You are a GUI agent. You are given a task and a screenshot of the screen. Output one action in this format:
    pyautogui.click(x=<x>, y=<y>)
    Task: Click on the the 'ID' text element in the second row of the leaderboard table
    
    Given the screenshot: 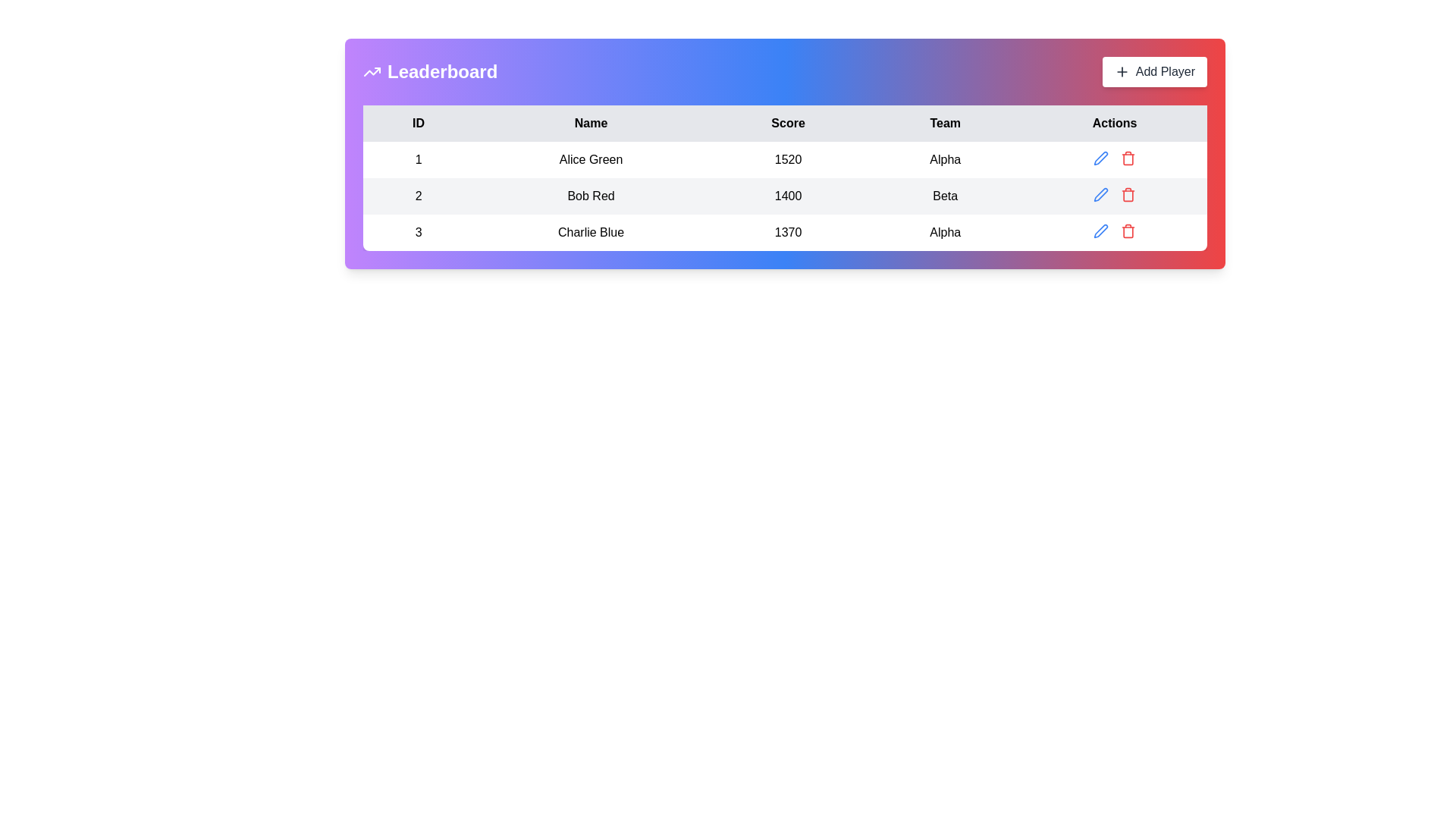 What is the action you would take?
    pyautogui.click(x=419, y=195)
    